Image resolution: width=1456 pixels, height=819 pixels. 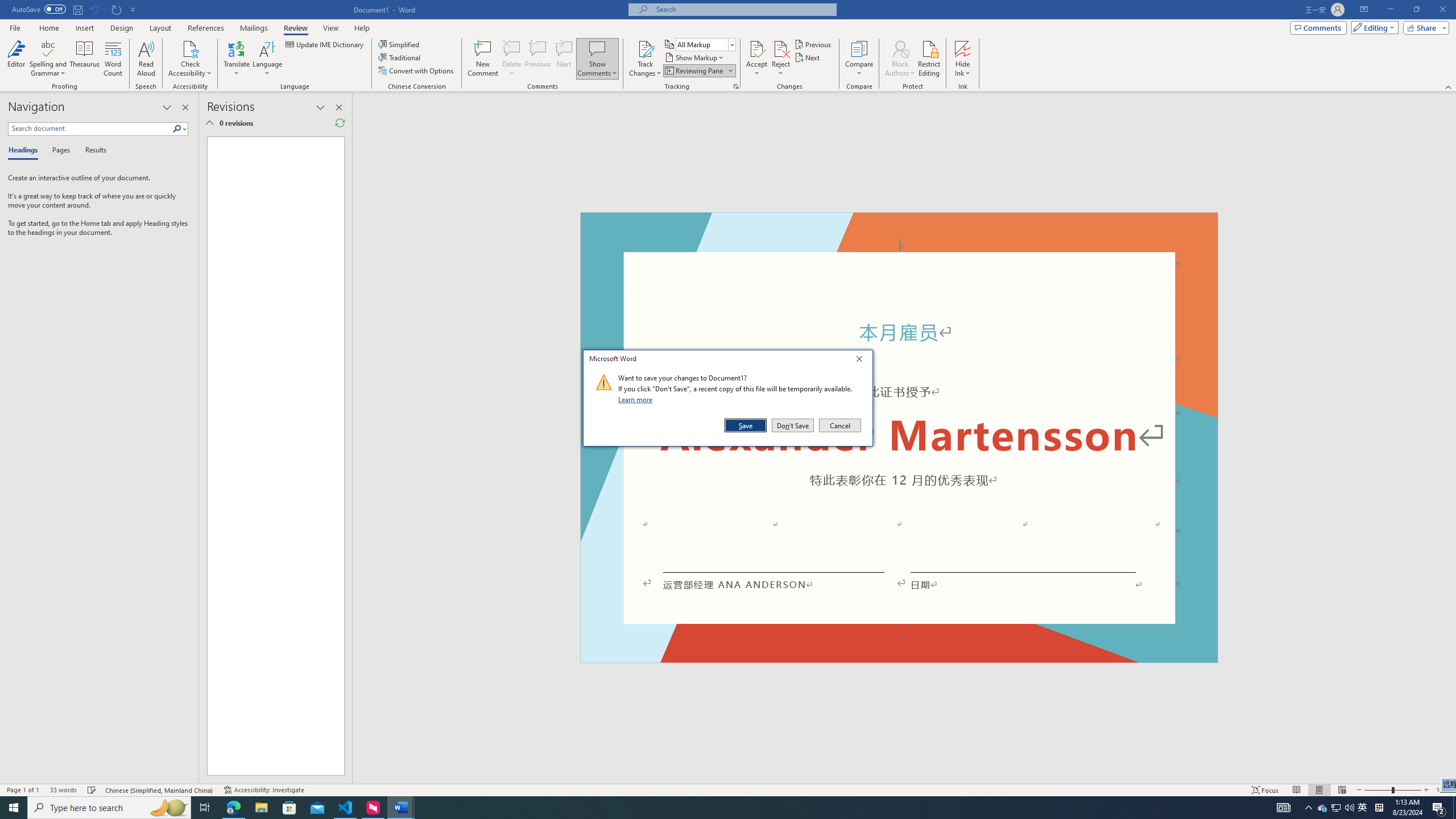 I want to click on 'Hide Ink', so click(x=962, y=48).